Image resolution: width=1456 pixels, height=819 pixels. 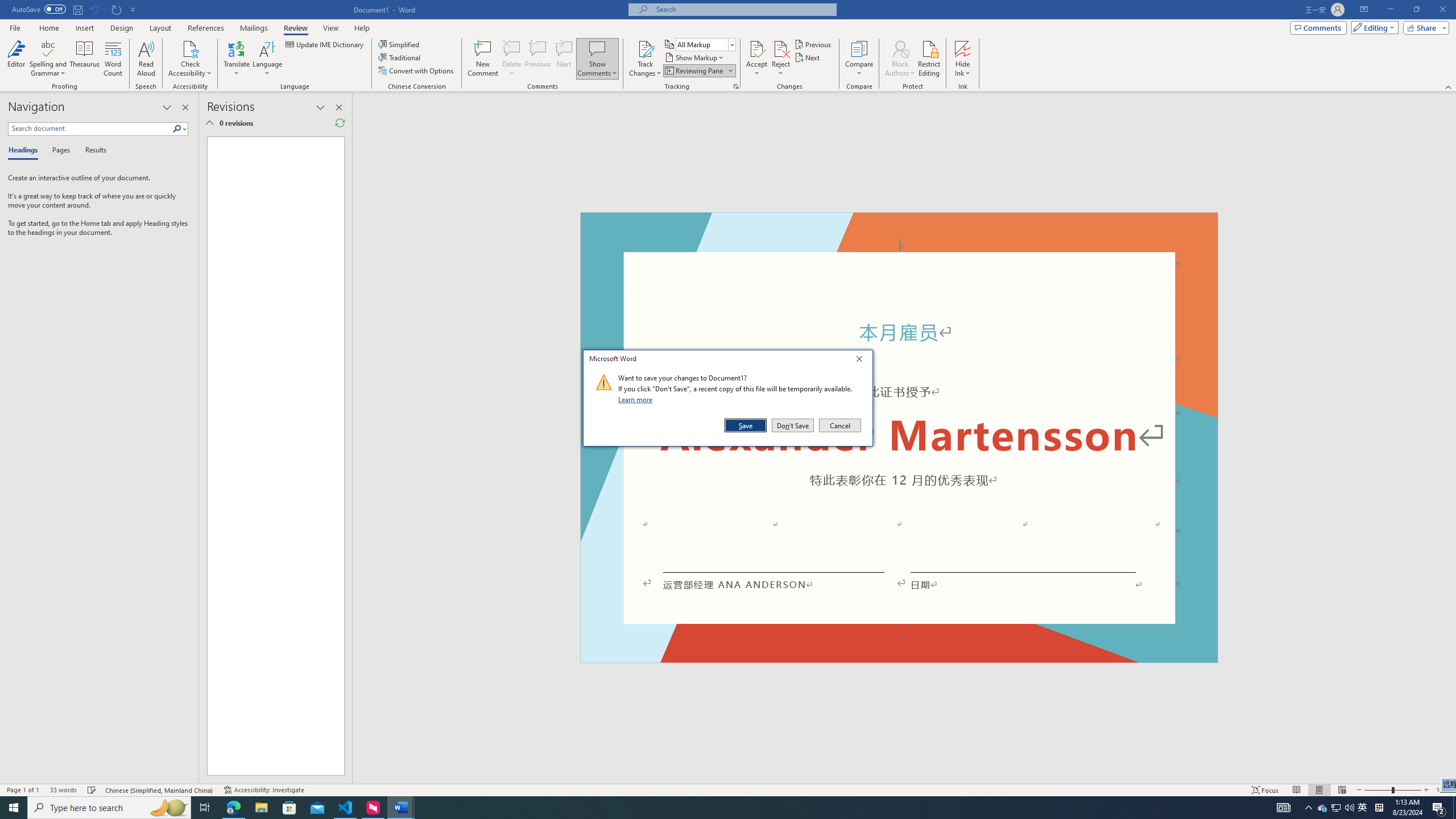 I want to click on 'Hide Ink', so click(x=962, y=48).